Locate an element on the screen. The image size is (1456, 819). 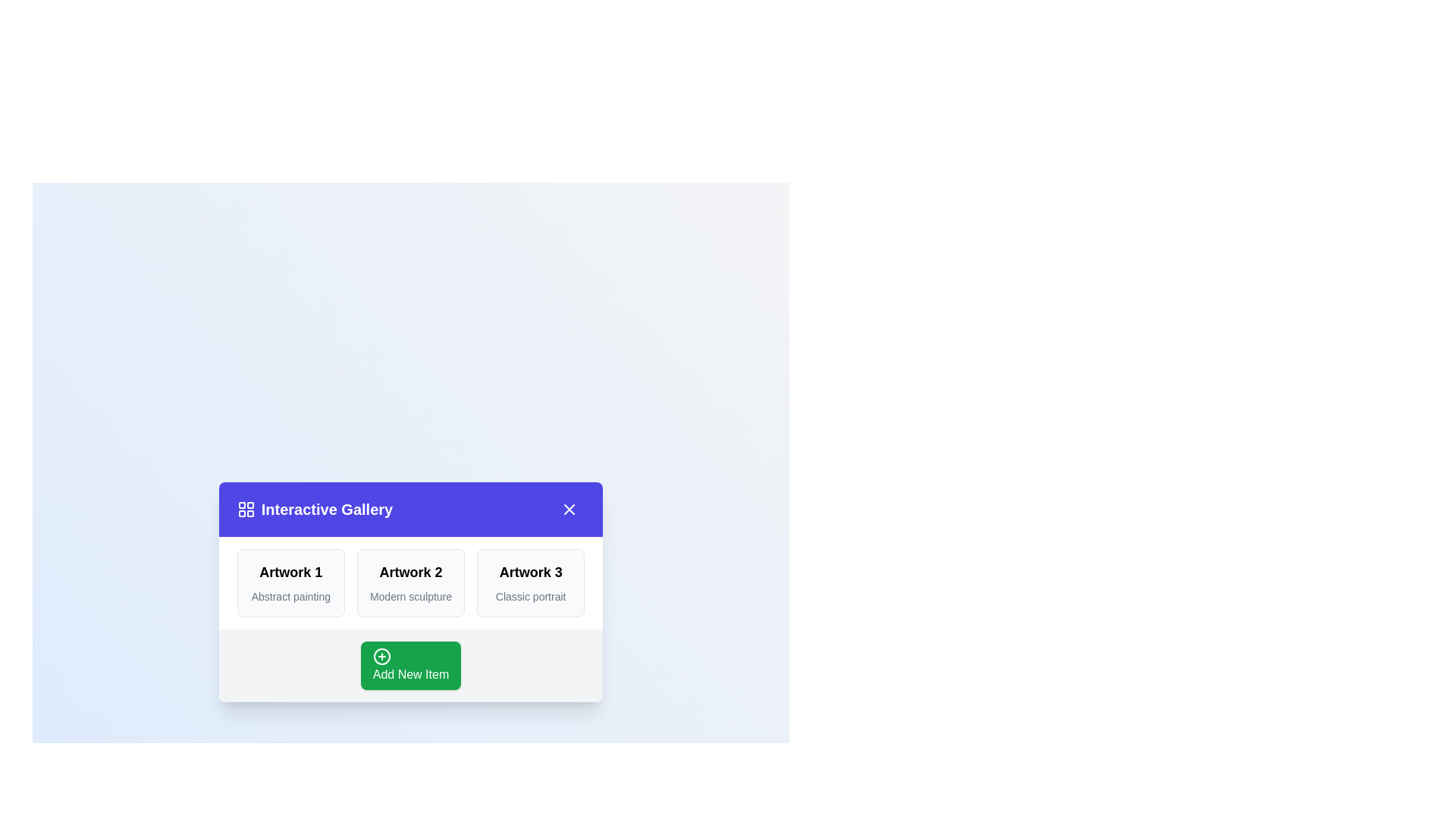
the close button to close the dialog is located at coordinates (569, 509).